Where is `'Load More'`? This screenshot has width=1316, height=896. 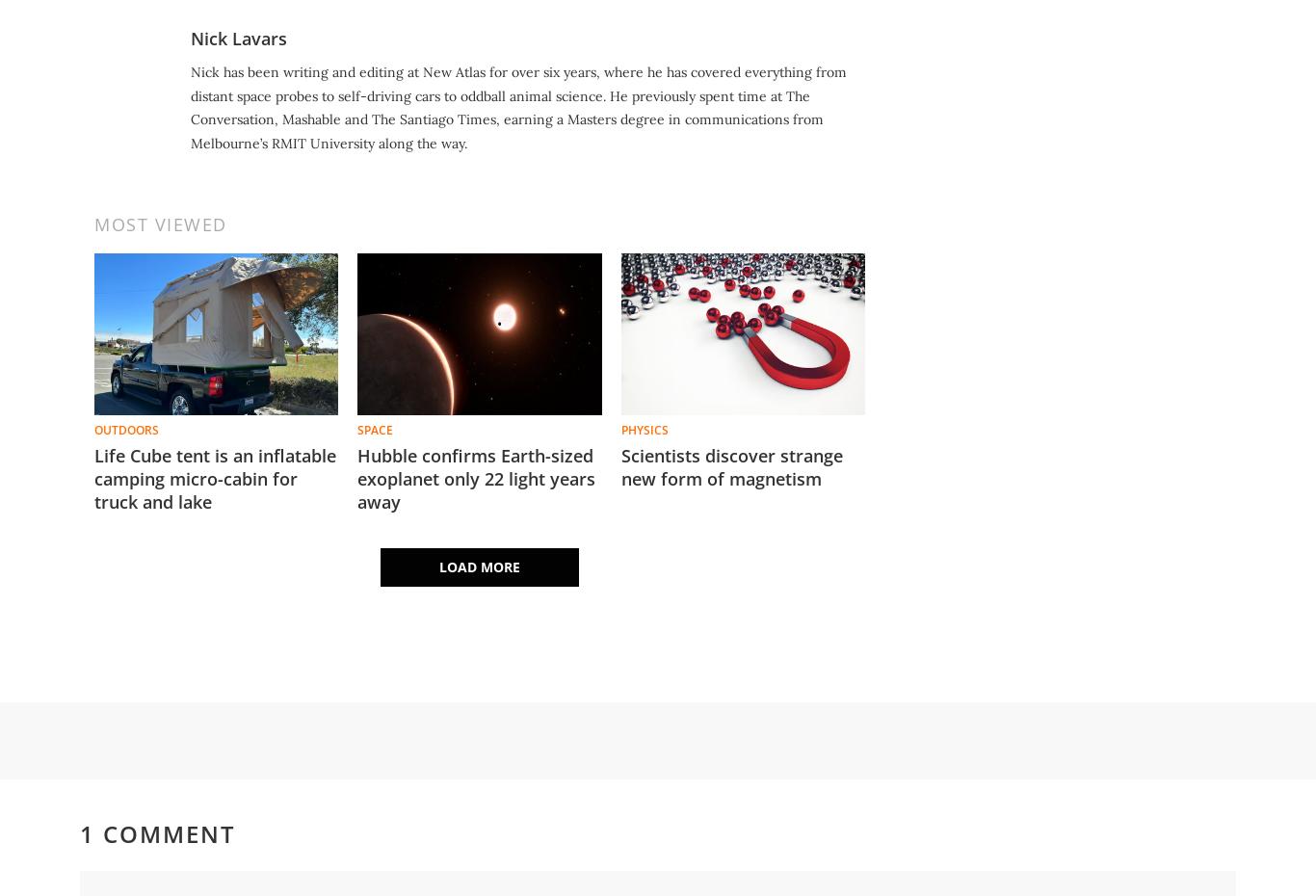 'Load More' is located at coordinates (480, 567).